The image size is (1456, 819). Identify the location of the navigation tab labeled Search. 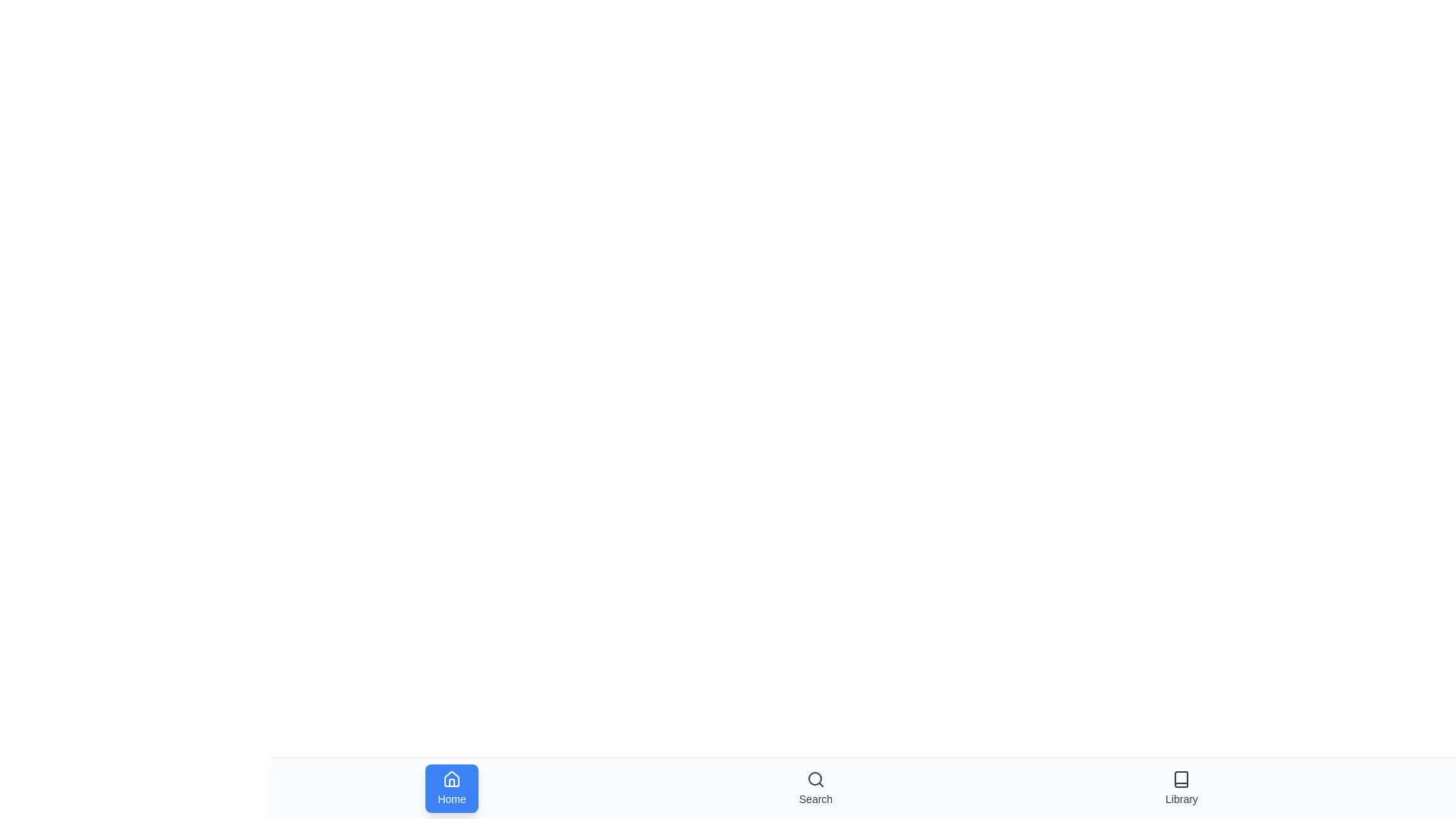
(814, 788).